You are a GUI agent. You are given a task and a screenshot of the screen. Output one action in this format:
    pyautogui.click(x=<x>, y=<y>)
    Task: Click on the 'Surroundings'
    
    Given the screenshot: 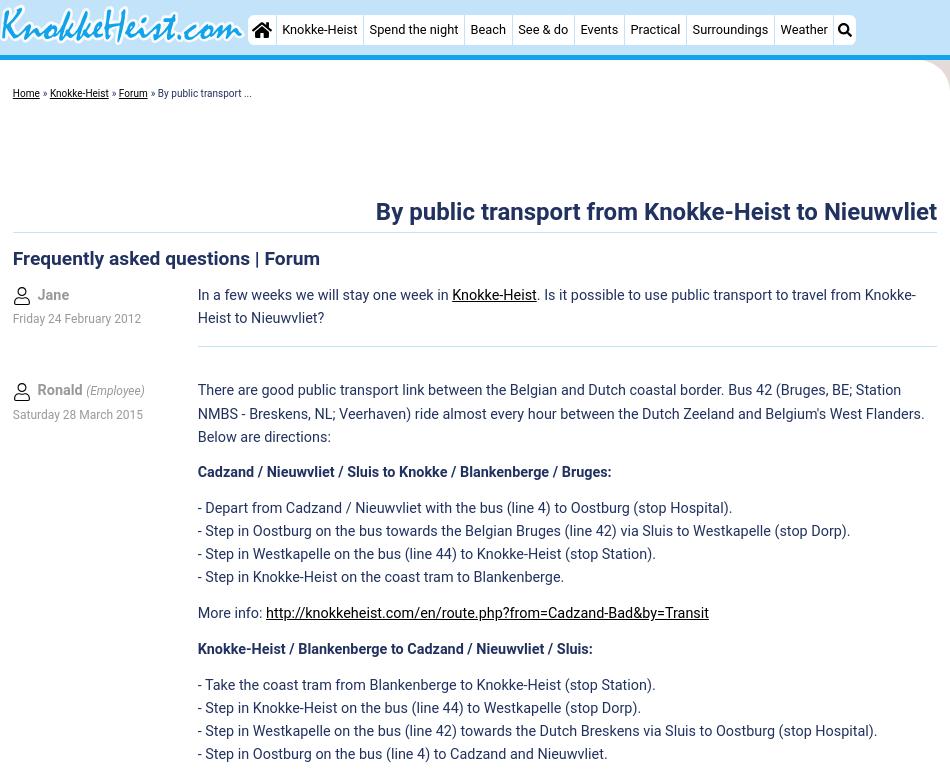 What is the action you would take?
    pyautogui.click(x=728, y=28)
    